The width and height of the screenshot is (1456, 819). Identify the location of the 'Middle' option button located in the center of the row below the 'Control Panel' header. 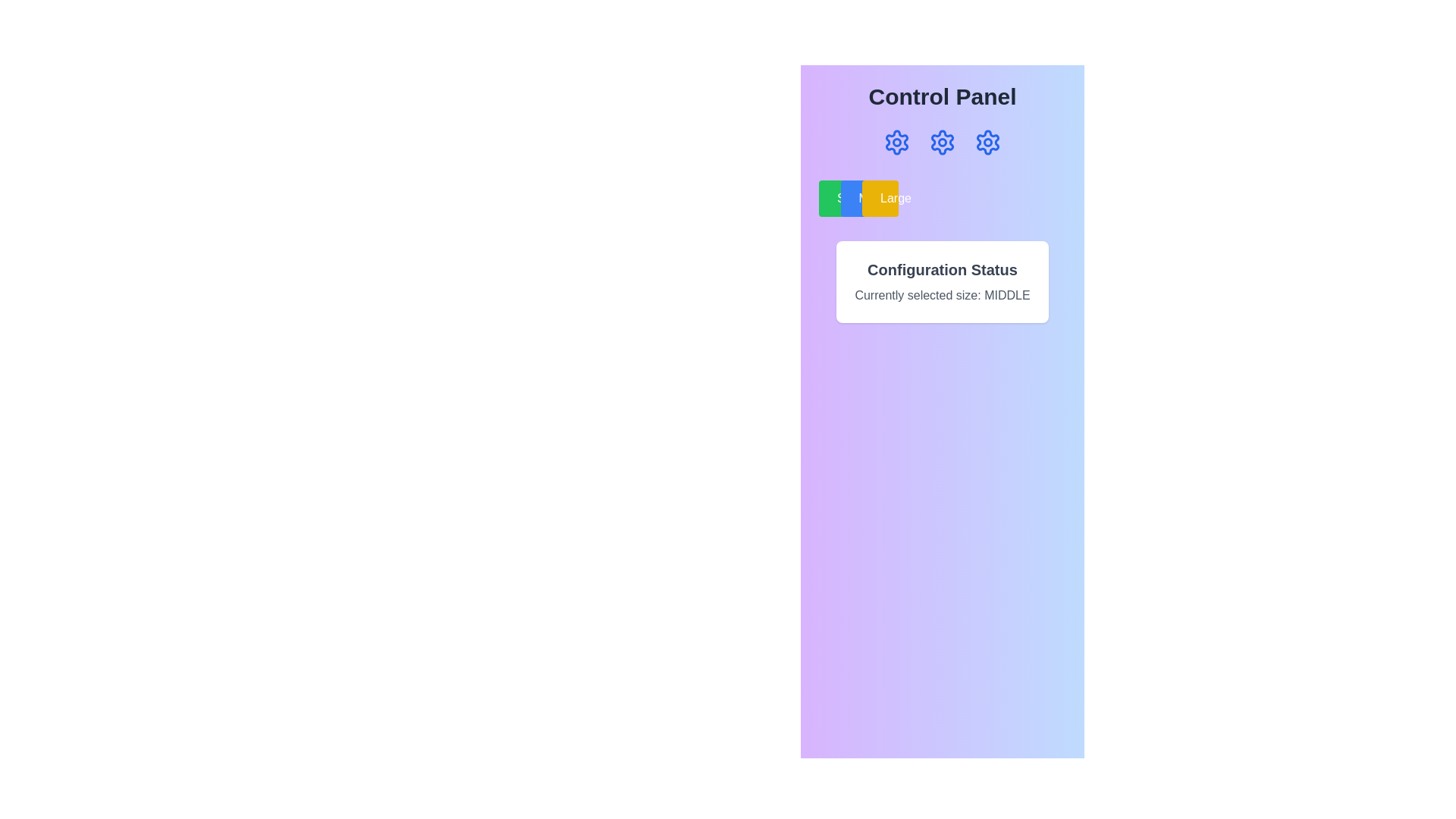
(858, 198).